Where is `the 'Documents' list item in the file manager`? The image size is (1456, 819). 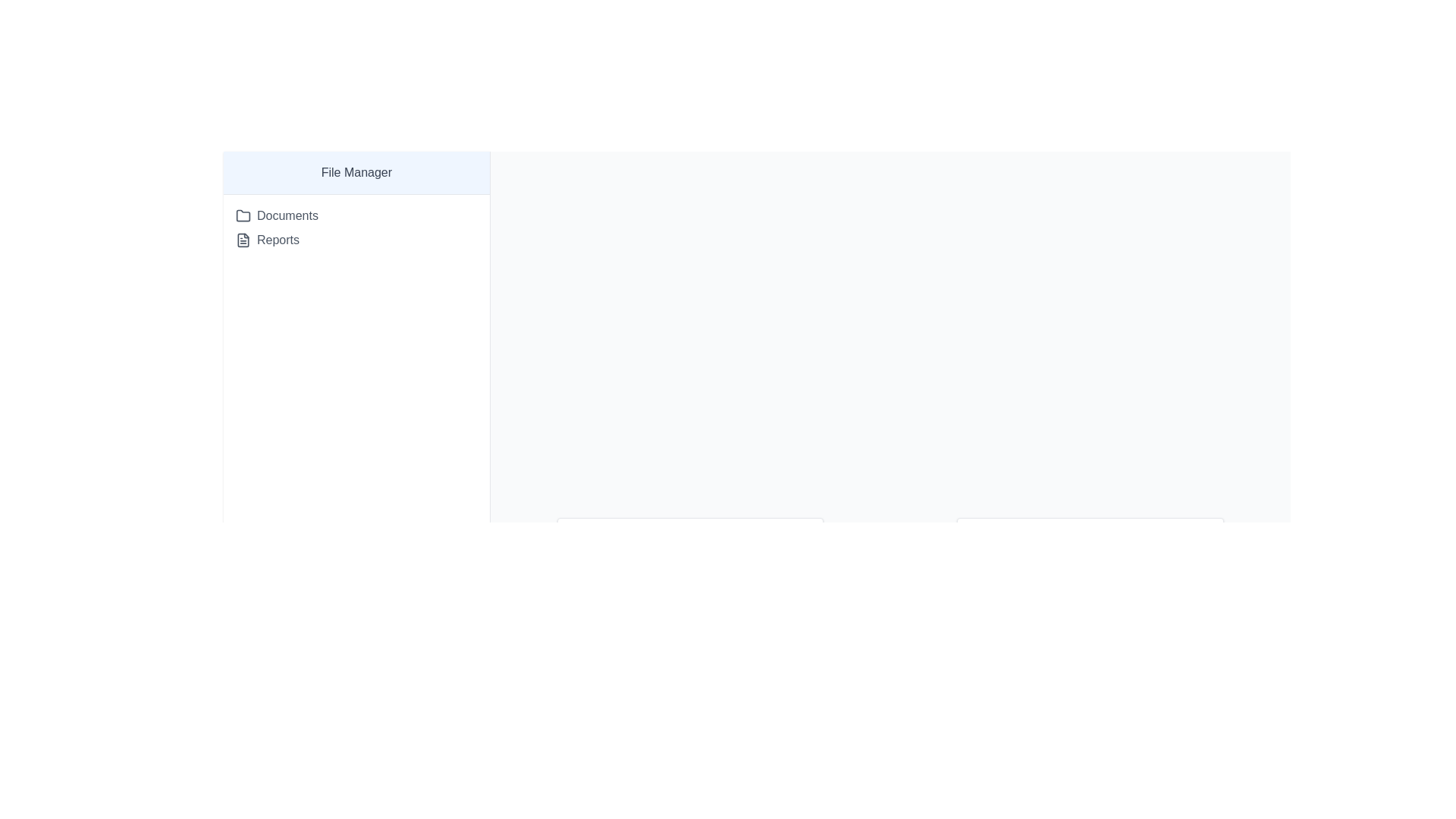 the 'Documents' list item in the file manager is located at coordinates (356, 216).